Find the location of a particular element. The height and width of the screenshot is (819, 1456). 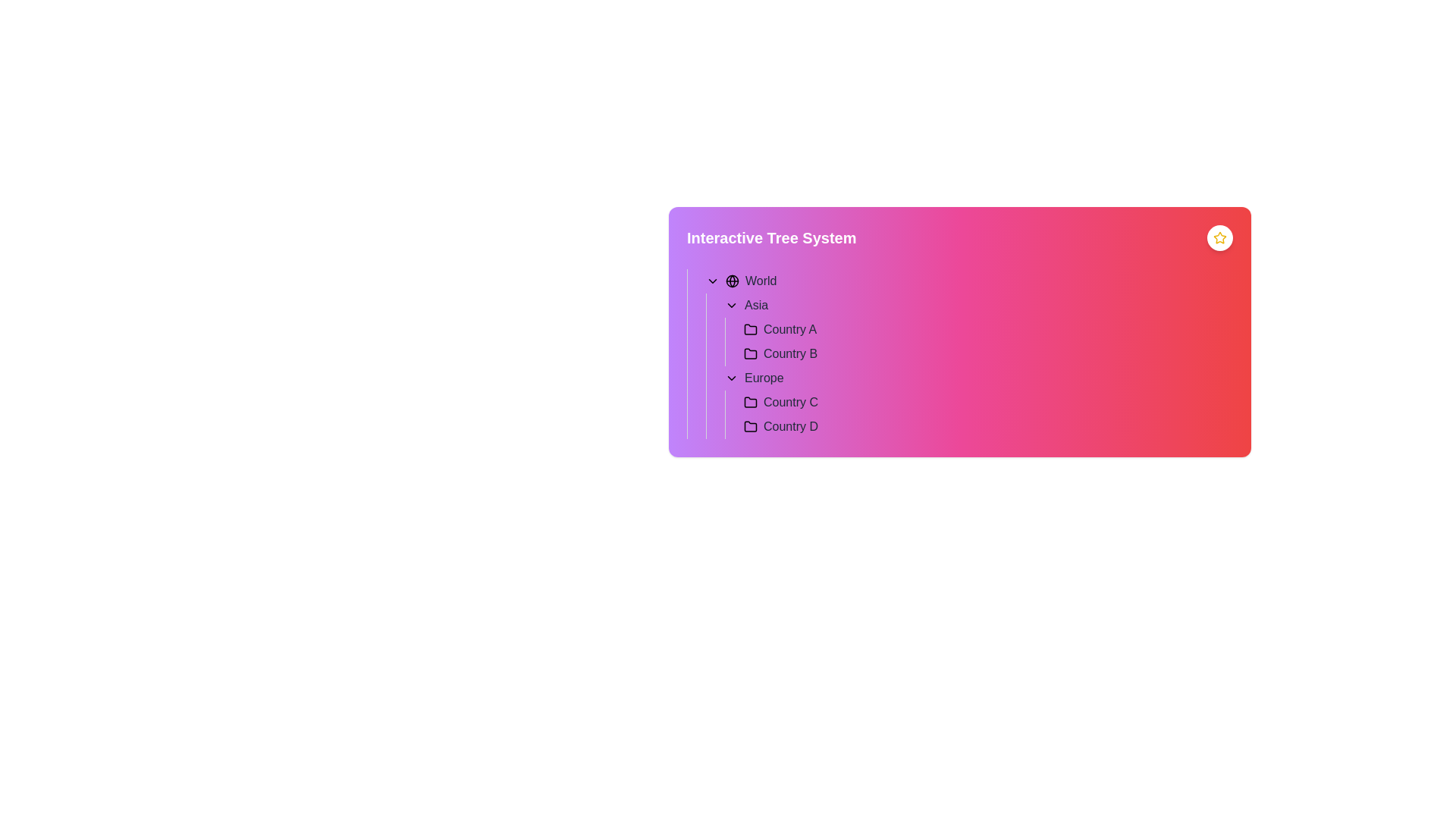

the folder icon representing 'Country C' is located at coordinates (750, 400).